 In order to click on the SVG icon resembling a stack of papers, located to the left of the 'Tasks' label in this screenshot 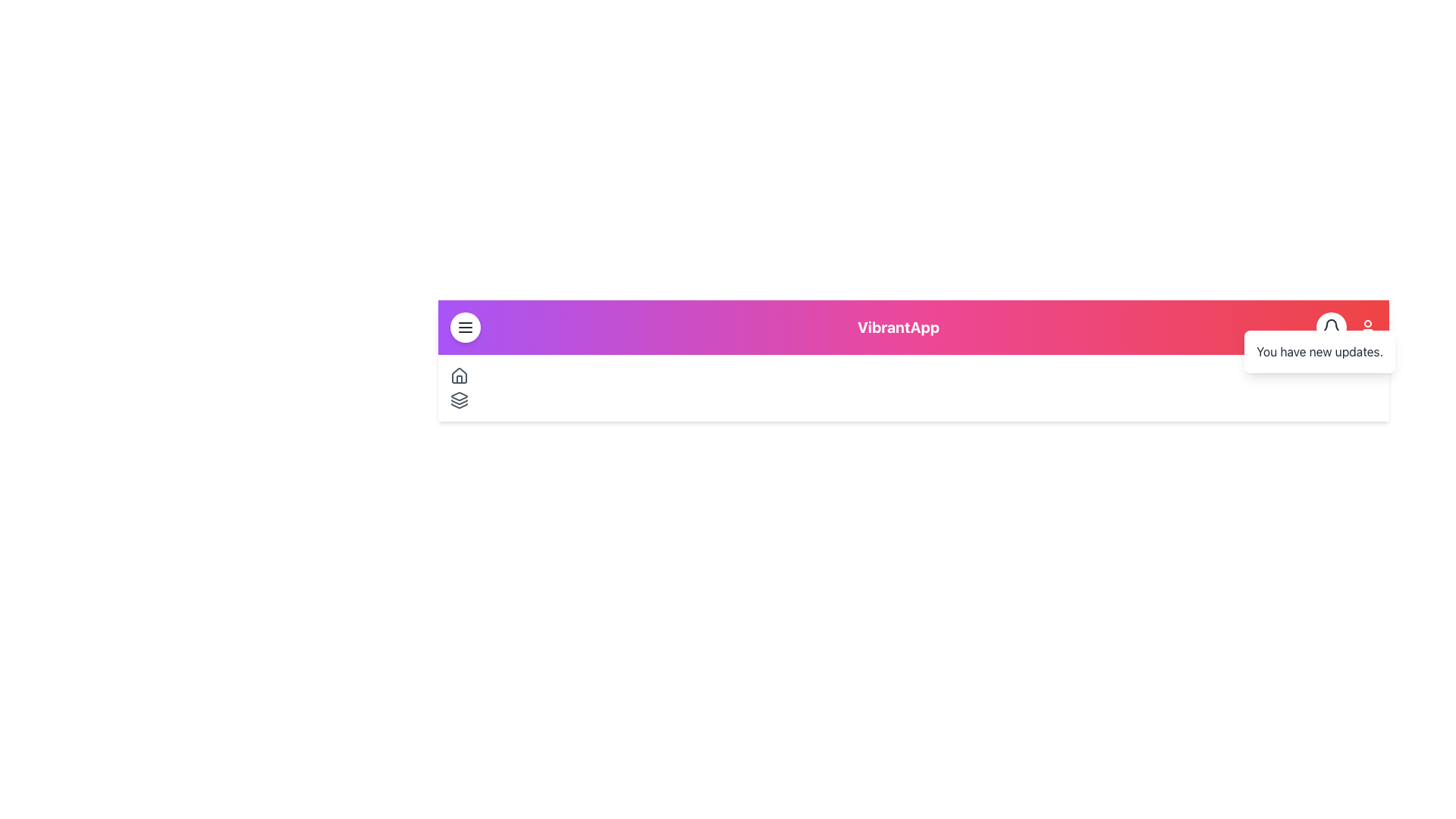, I will do `click(458, 400)`.